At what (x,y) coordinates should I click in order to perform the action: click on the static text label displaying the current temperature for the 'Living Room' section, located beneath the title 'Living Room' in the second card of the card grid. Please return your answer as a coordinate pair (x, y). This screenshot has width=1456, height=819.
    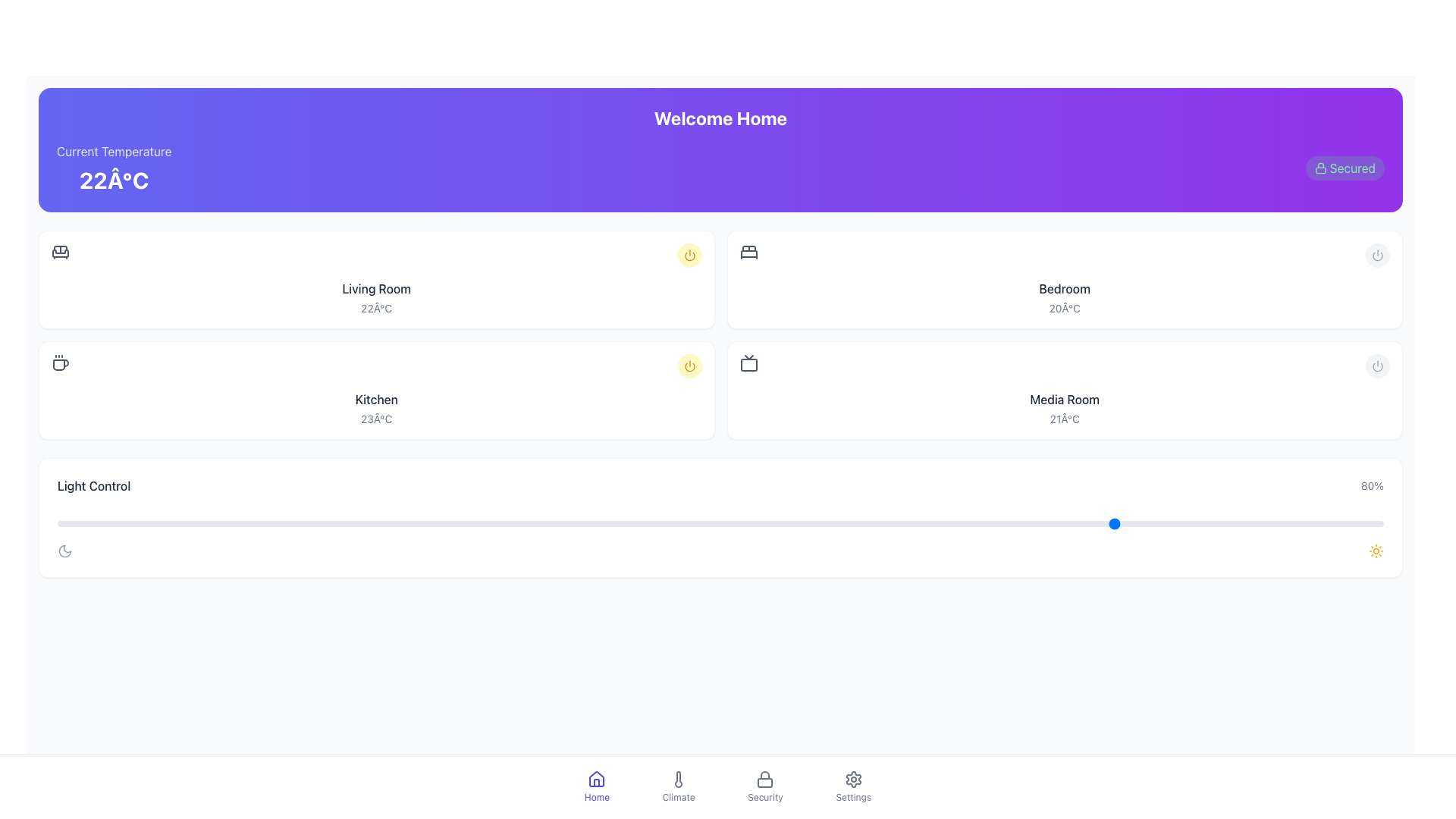
    Looking at the image, I should click on (376, 308).